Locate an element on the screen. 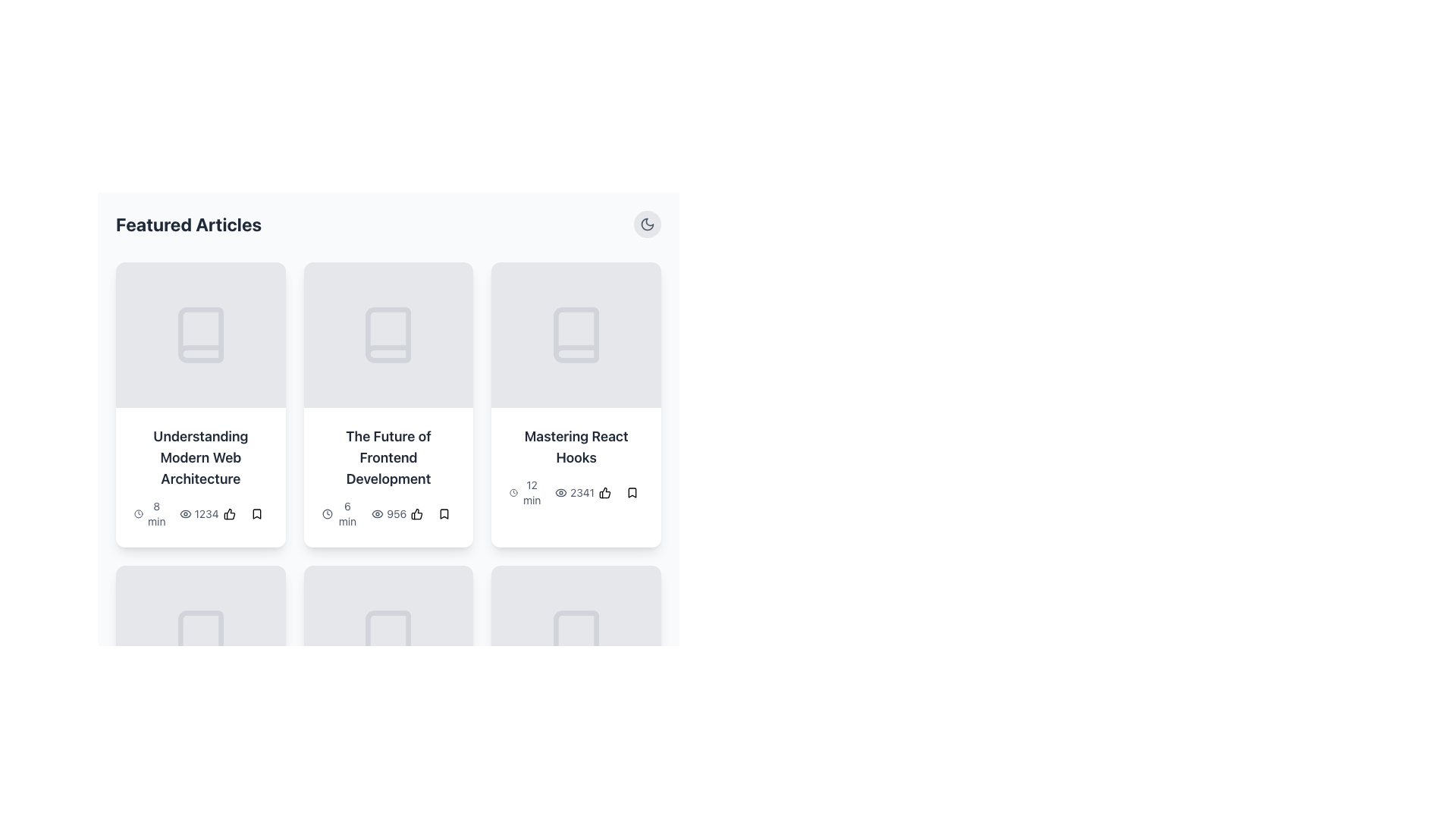  the clock icon, which is styled in a minimalistic design with a circular outline and hands indicating the time, located to the left of the '12 min' text, below the title 'Mastering React Hooks' is located at coordinates (513, 493).